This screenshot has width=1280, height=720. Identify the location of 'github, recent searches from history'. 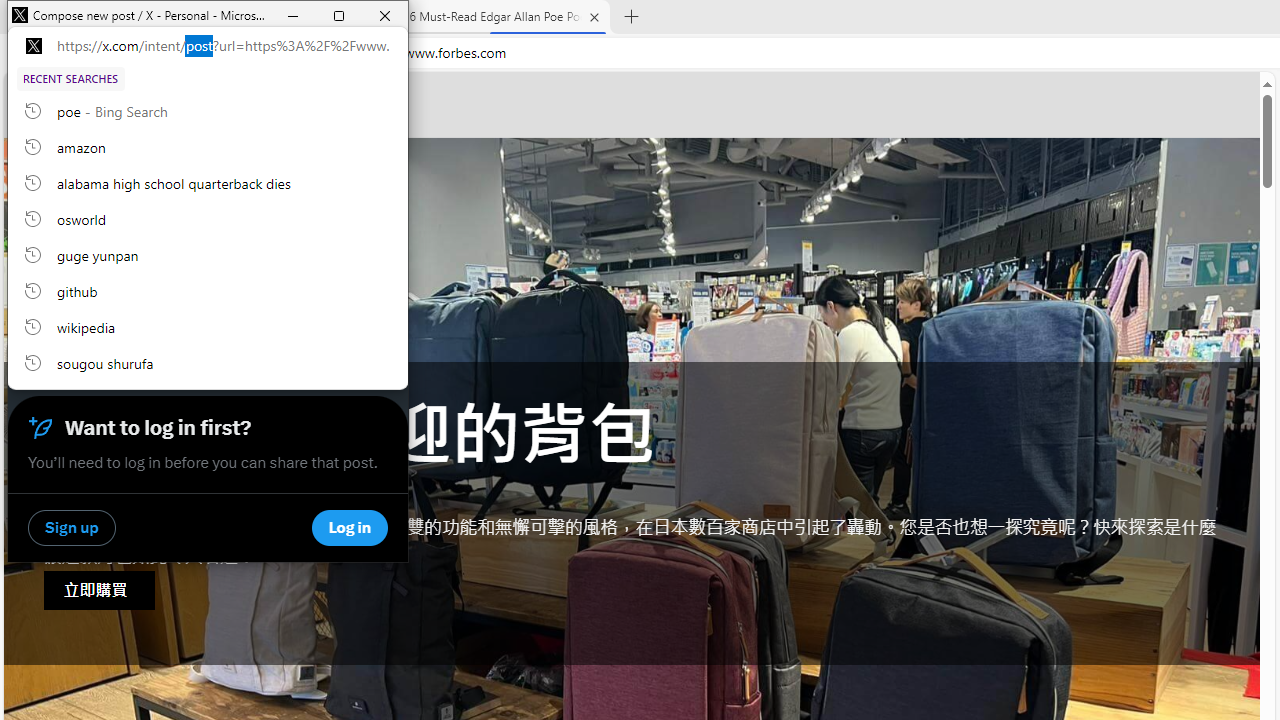
(208, 290).